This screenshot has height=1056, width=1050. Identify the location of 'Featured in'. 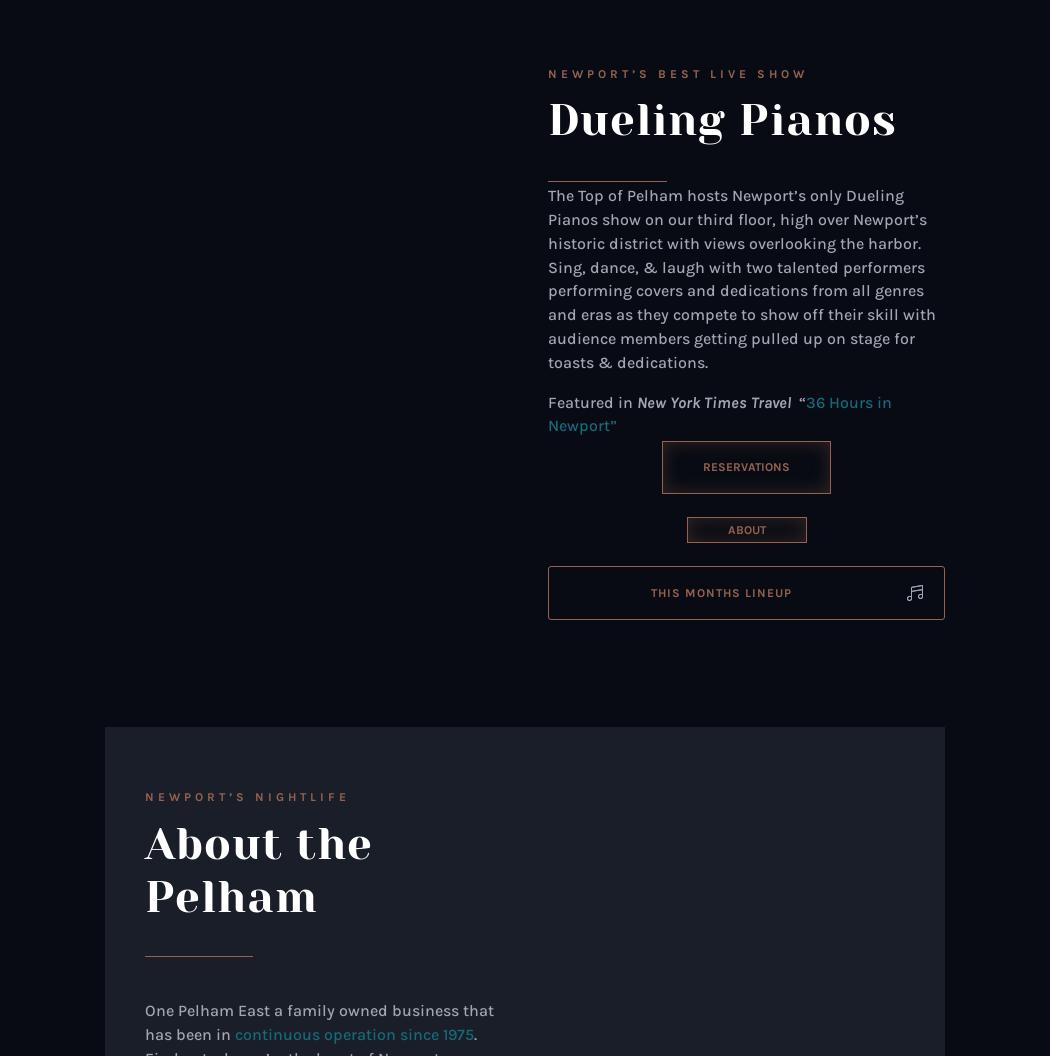
(547, 401).